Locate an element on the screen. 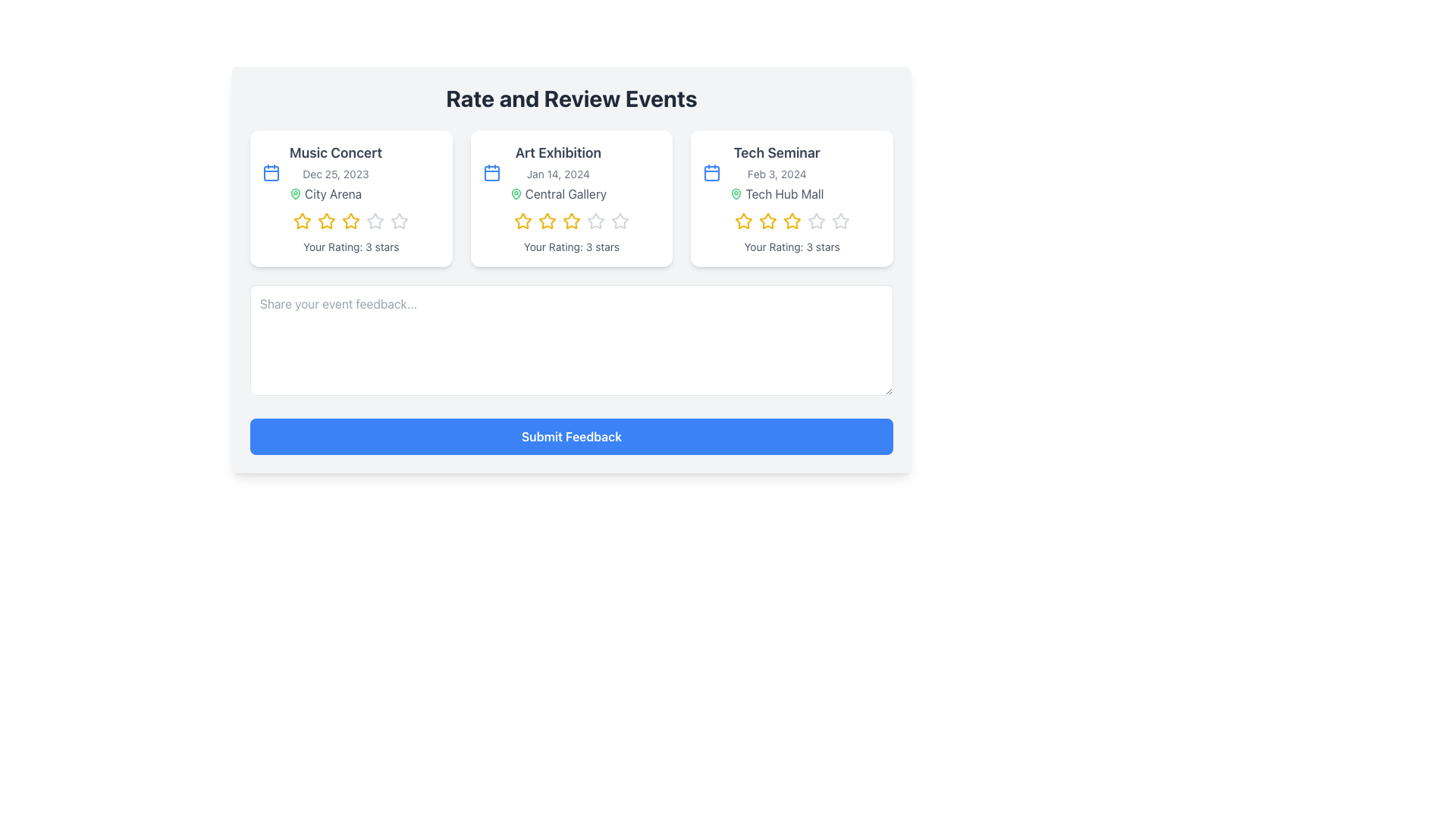  the third star icon in the star rating system under the 'Tech Seminar' card, which enlarges when interacted with is located at coordinates (791, 221).